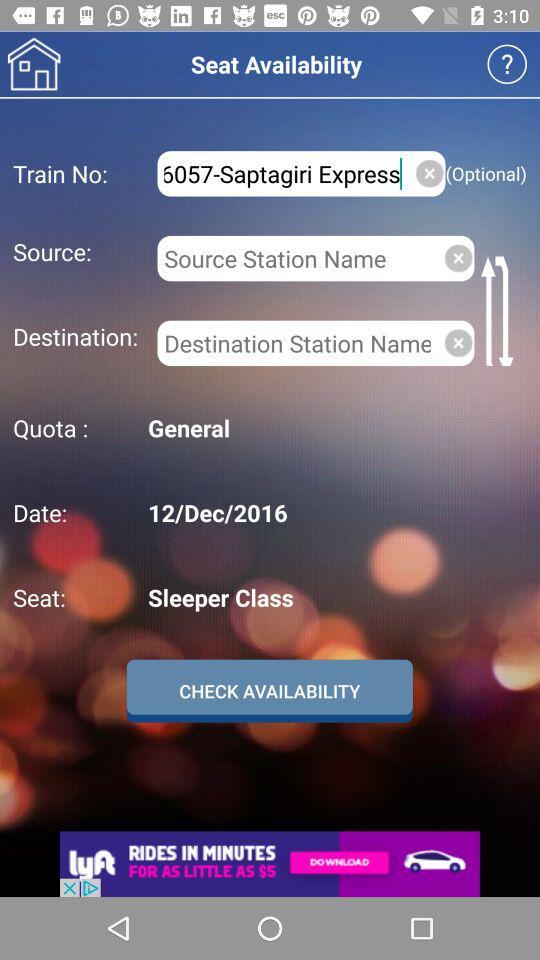 The height and width of the screenshot is (960, 540). Describe the element at coordinates (507, 64) in the screenshot. I see `receive info on page` at that location.